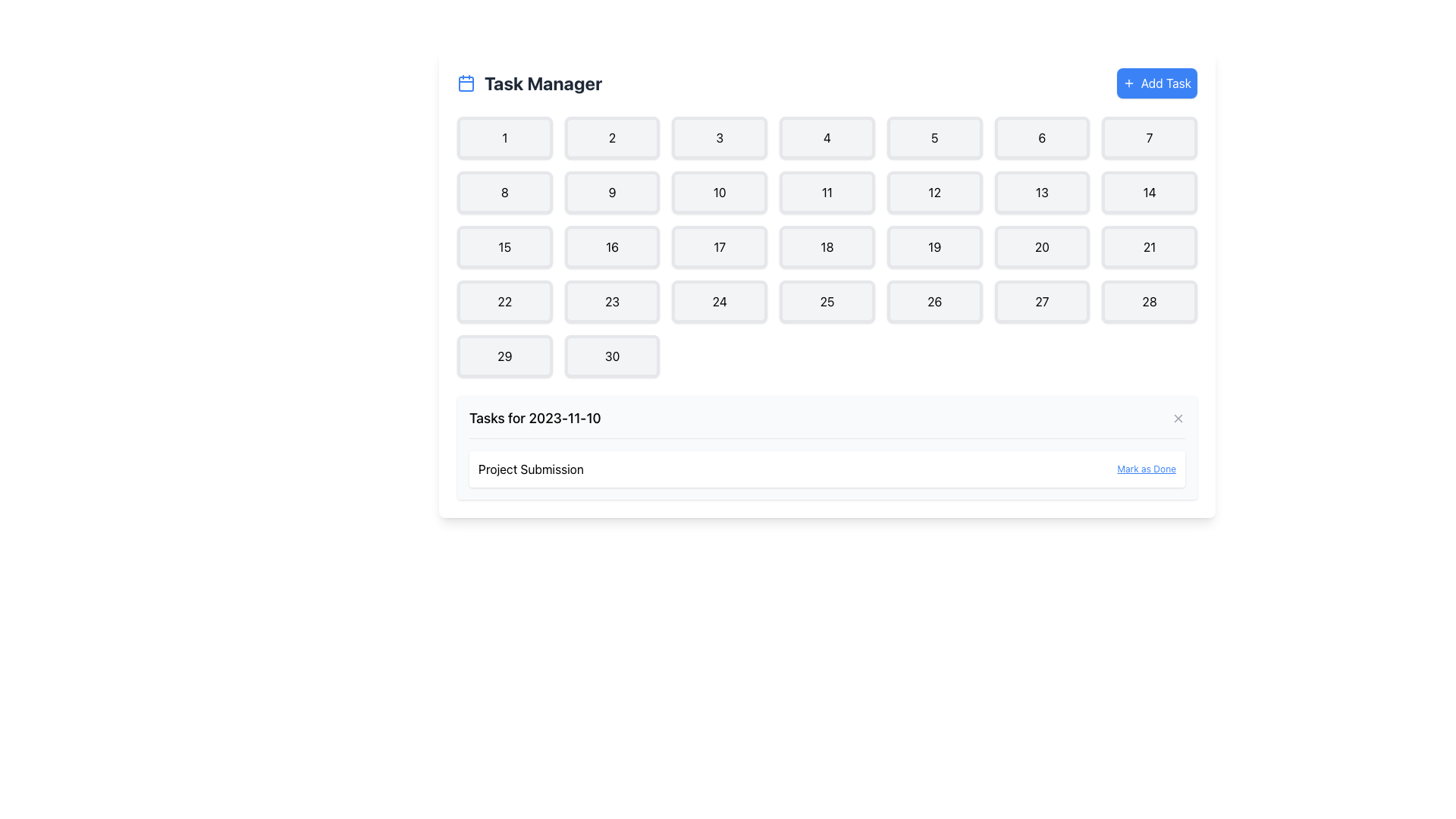 This screenshot has height=819, width=1456. What do you see at coordinates (612, 246) in the screenshot?
I see `the date selection button located in the third row and second column of the calendar grid` at bounding box center [612, 246].